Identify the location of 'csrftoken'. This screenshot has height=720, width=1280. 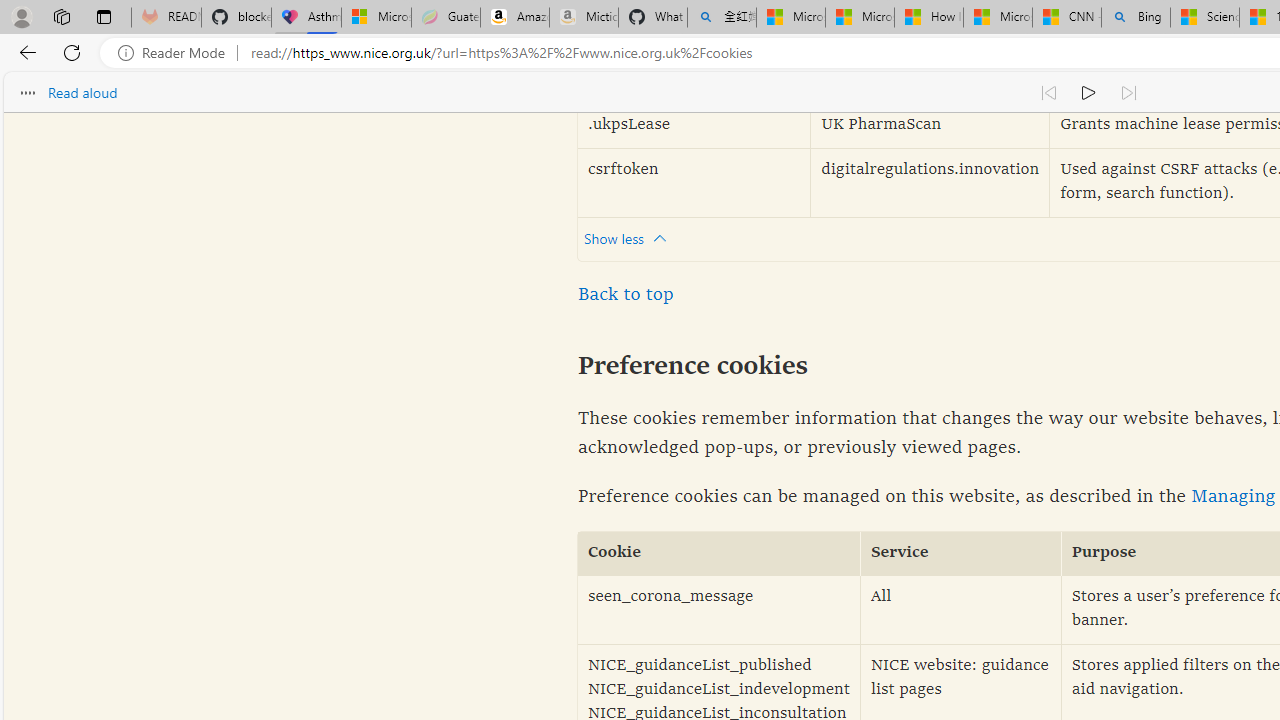
(694, 182).